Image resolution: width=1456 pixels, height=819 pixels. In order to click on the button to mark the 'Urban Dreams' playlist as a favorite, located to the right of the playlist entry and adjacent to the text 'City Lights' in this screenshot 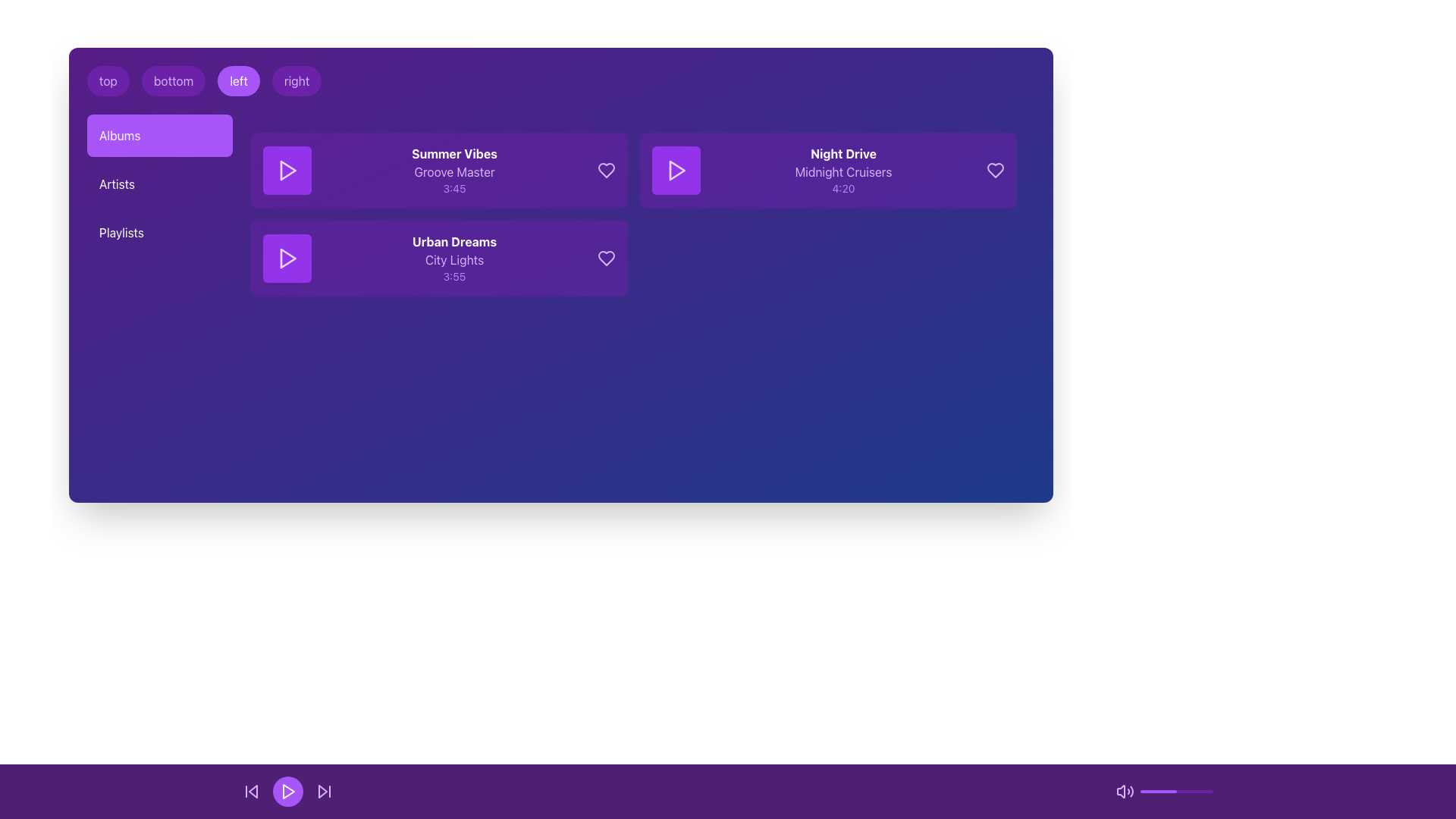, I will do `click(607, 257)`.